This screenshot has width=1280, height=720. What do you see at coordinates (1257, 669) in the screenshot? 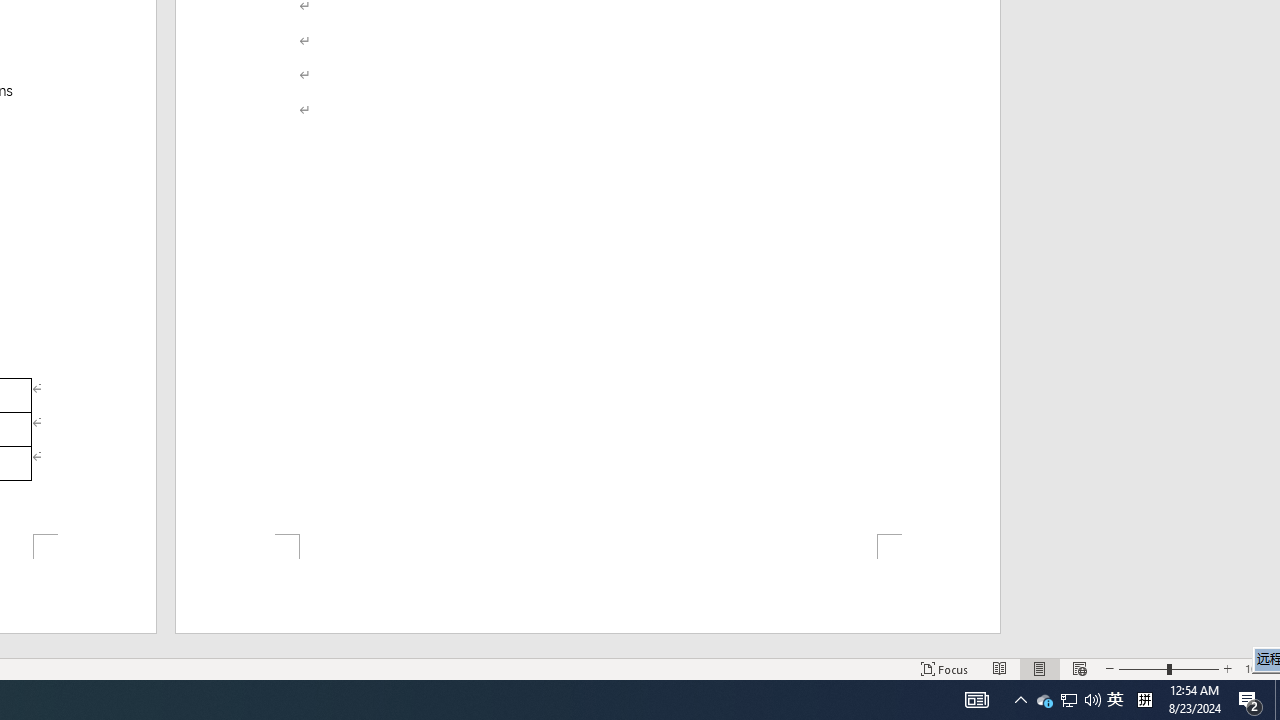
I see `'Zoom 104%'` at bounding box center [1257, 669].